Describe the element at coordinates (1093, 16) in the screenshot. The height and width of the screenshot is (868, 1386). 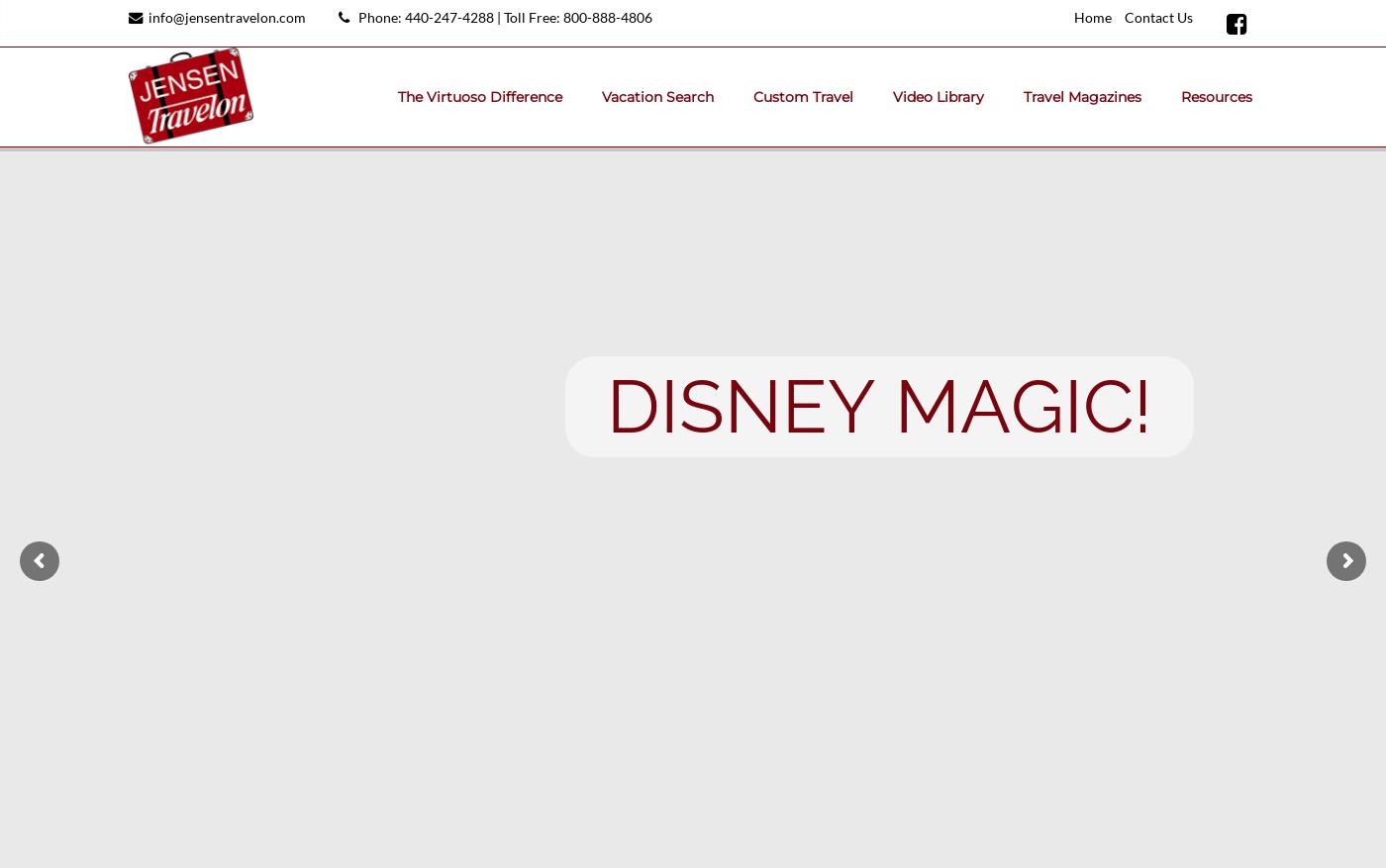
I see `'Home'` at that location.